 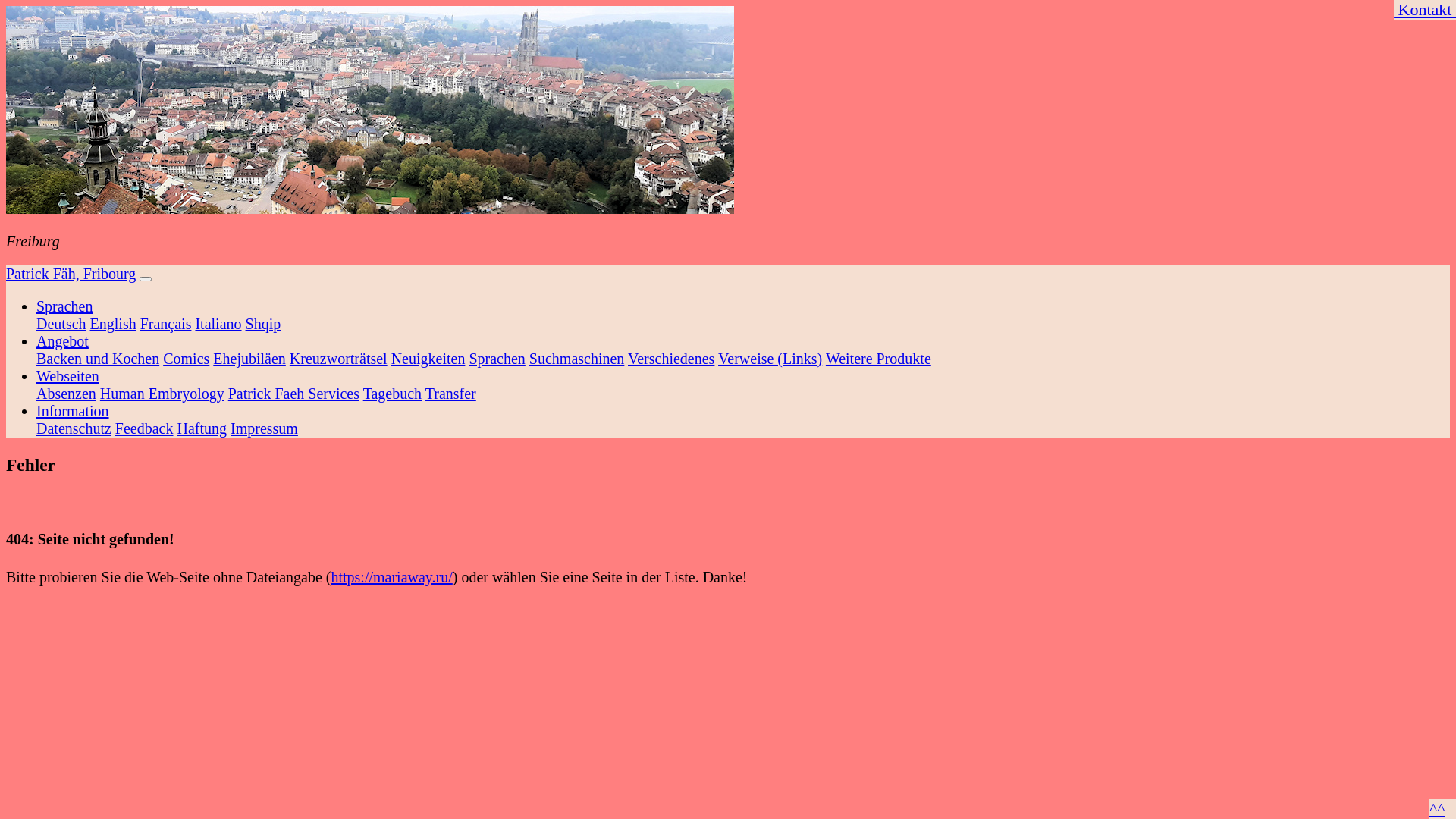 What do you see at coordinates (293, 393) in the screenshot?
I see `'Patrick Faeh Services'` at bounding box center [293, 393].